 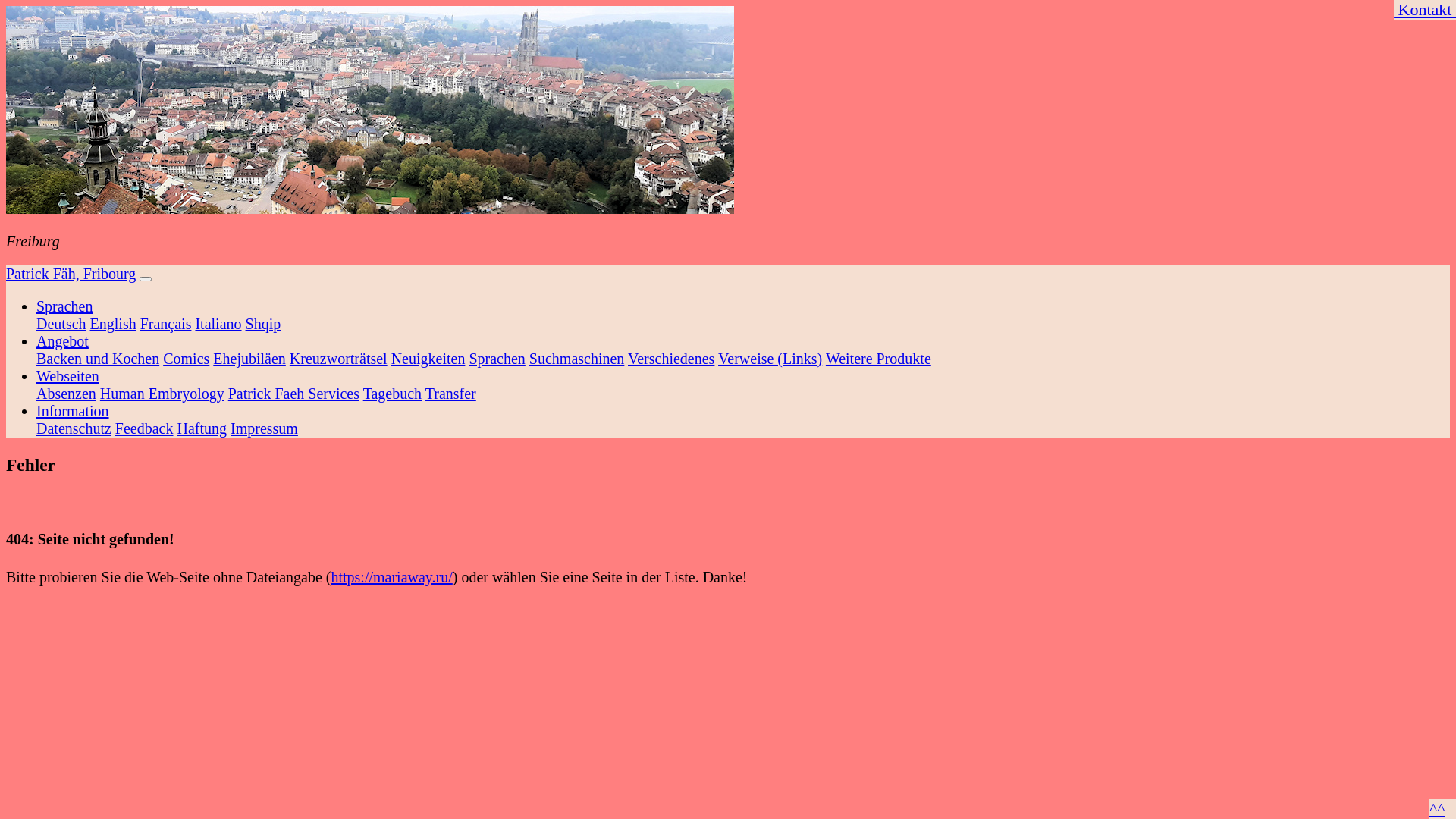 What do you see at coordinates (293, 393) in the screenshot?
I see `'Patrick Faeh Services'` at bounding box center [293, 393].